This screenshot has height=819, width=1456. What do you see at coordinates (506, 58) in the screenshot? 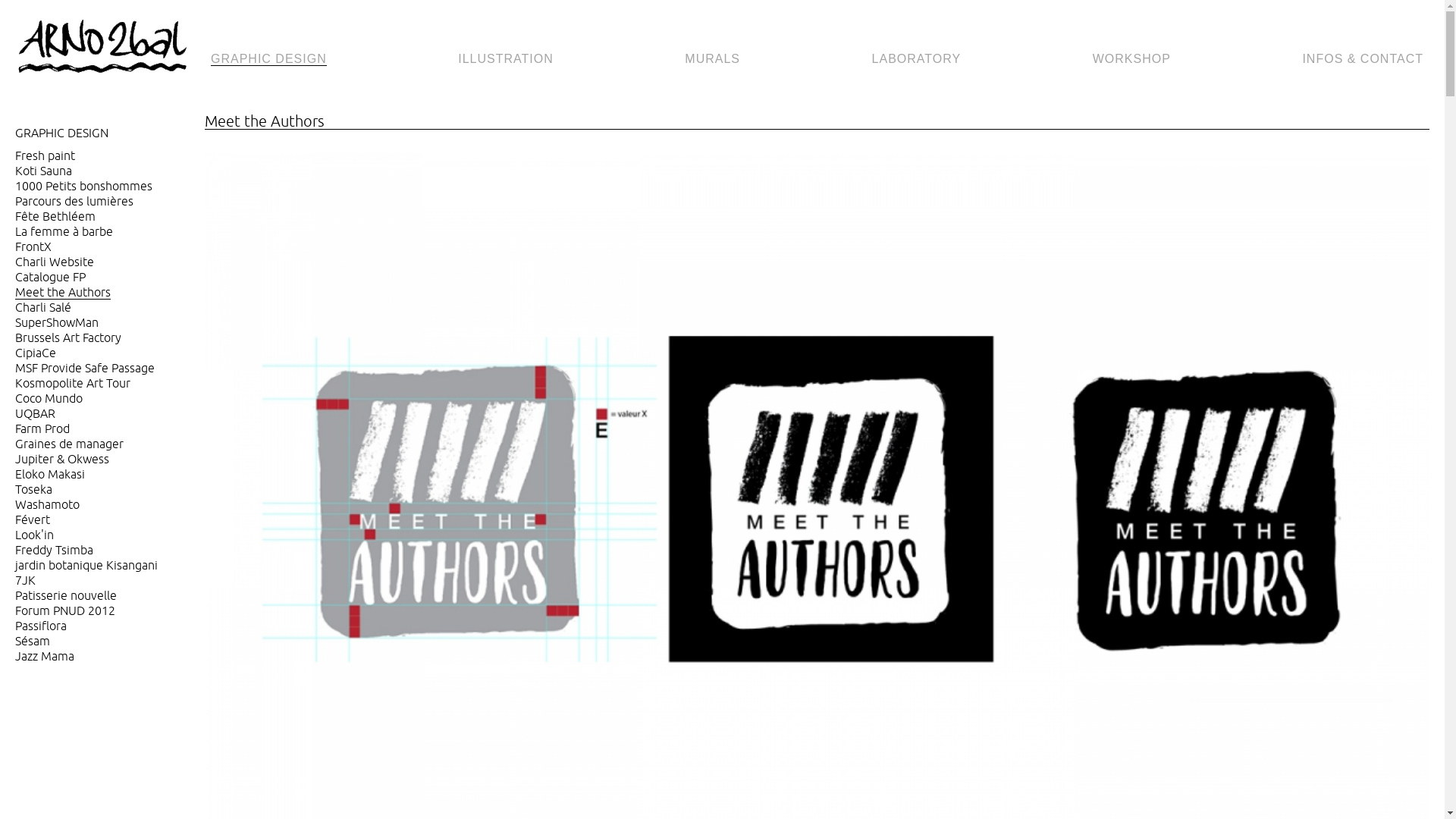
I see `'ILLUSTRATION'` at bounding box center [506, 58].